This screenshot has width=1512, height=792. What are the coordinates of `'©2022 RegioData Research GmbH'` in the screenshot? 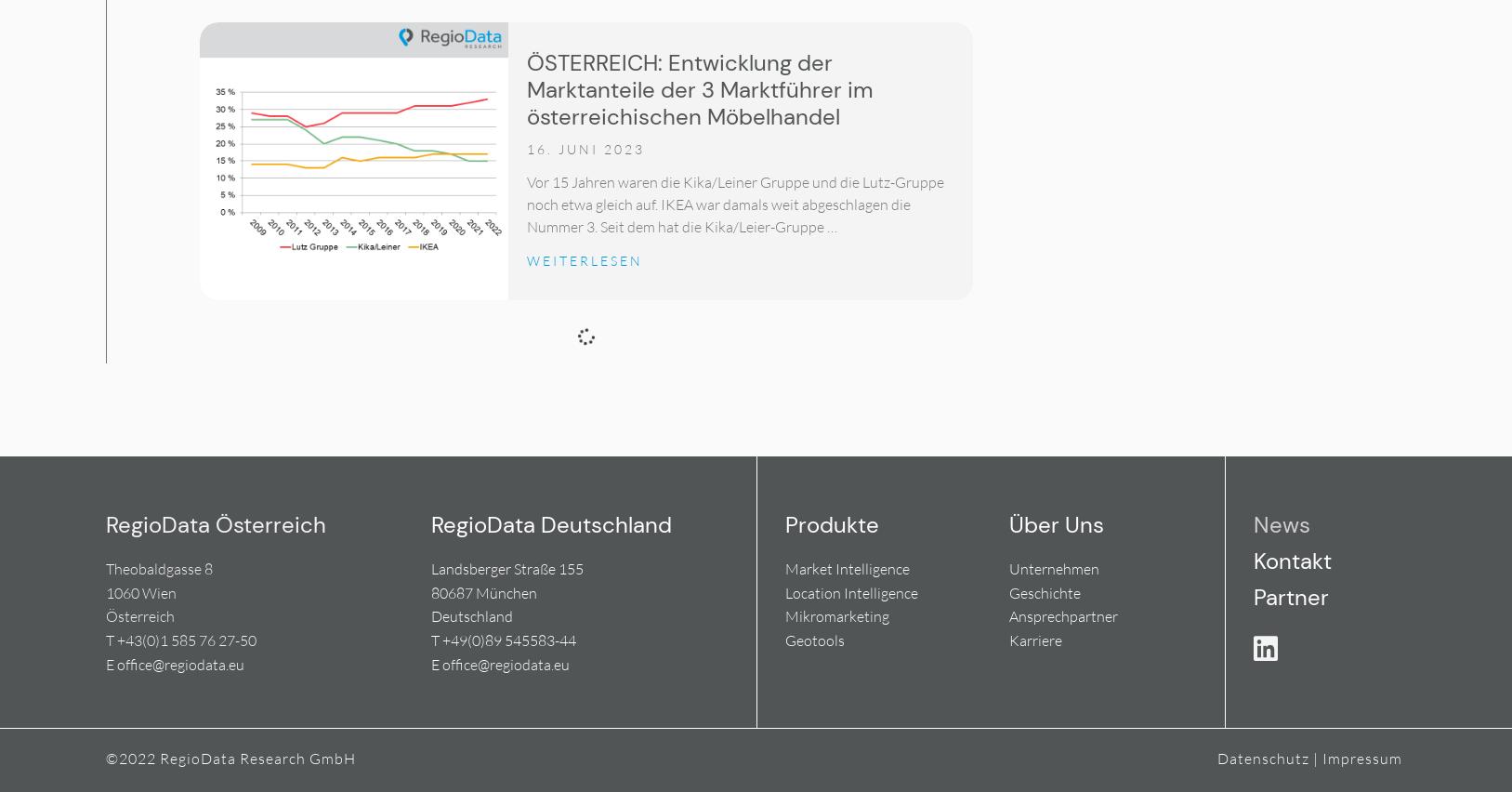 It's located at (104, 757).